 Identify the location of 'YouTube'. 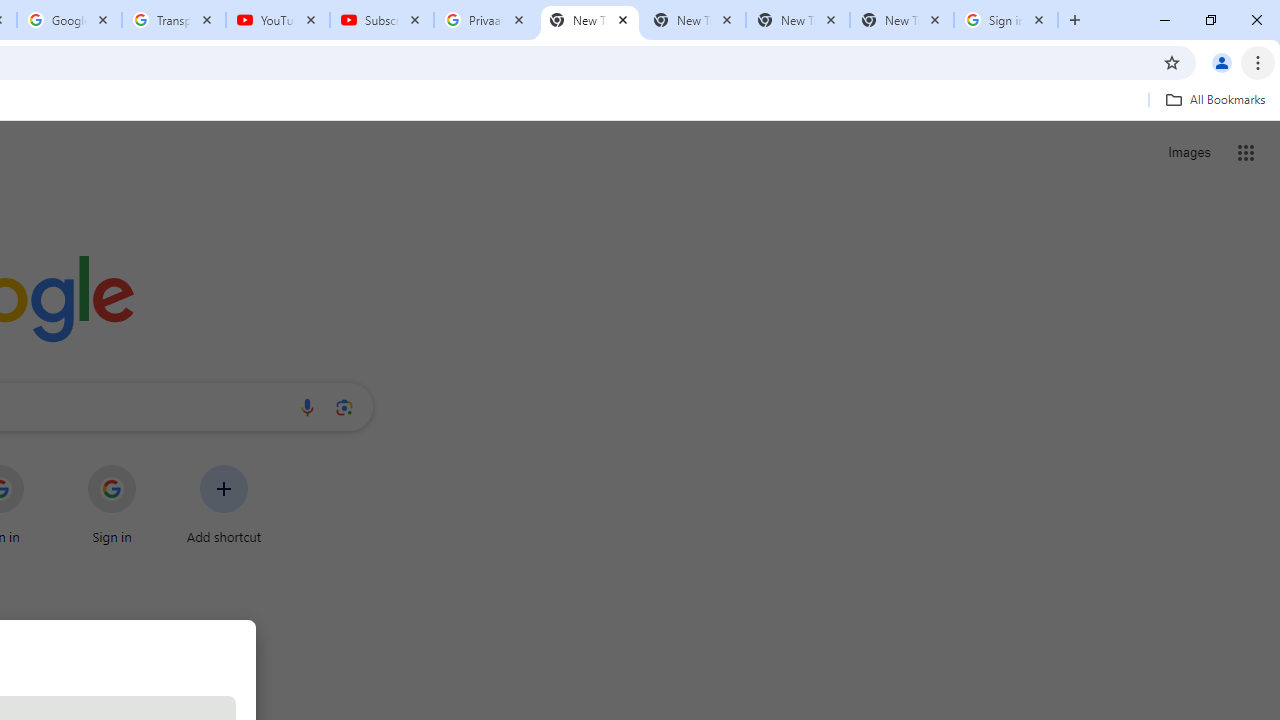
(277, 20).